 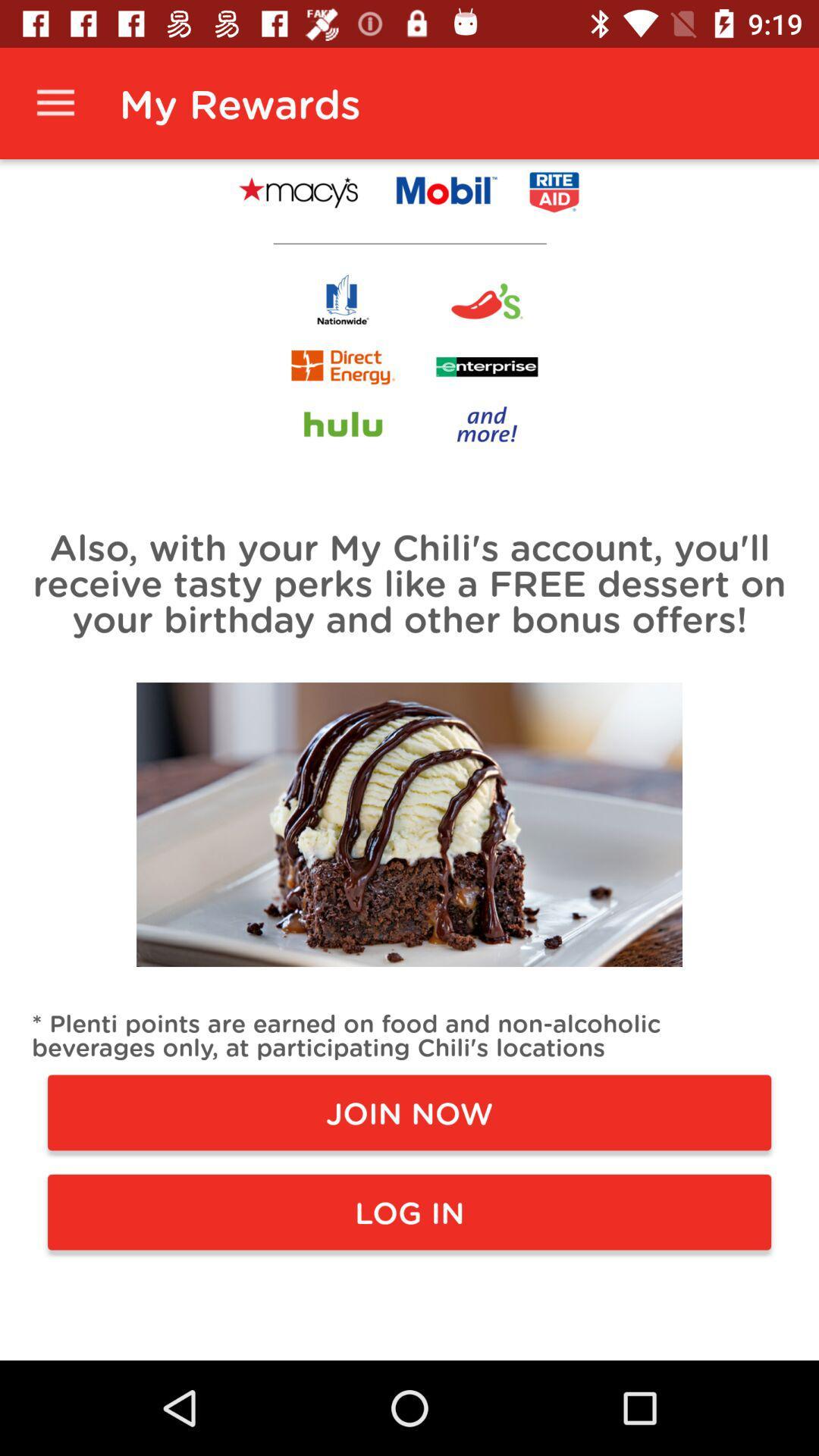 I want to click on item below plenti points are, so click(x=409, y=1112).